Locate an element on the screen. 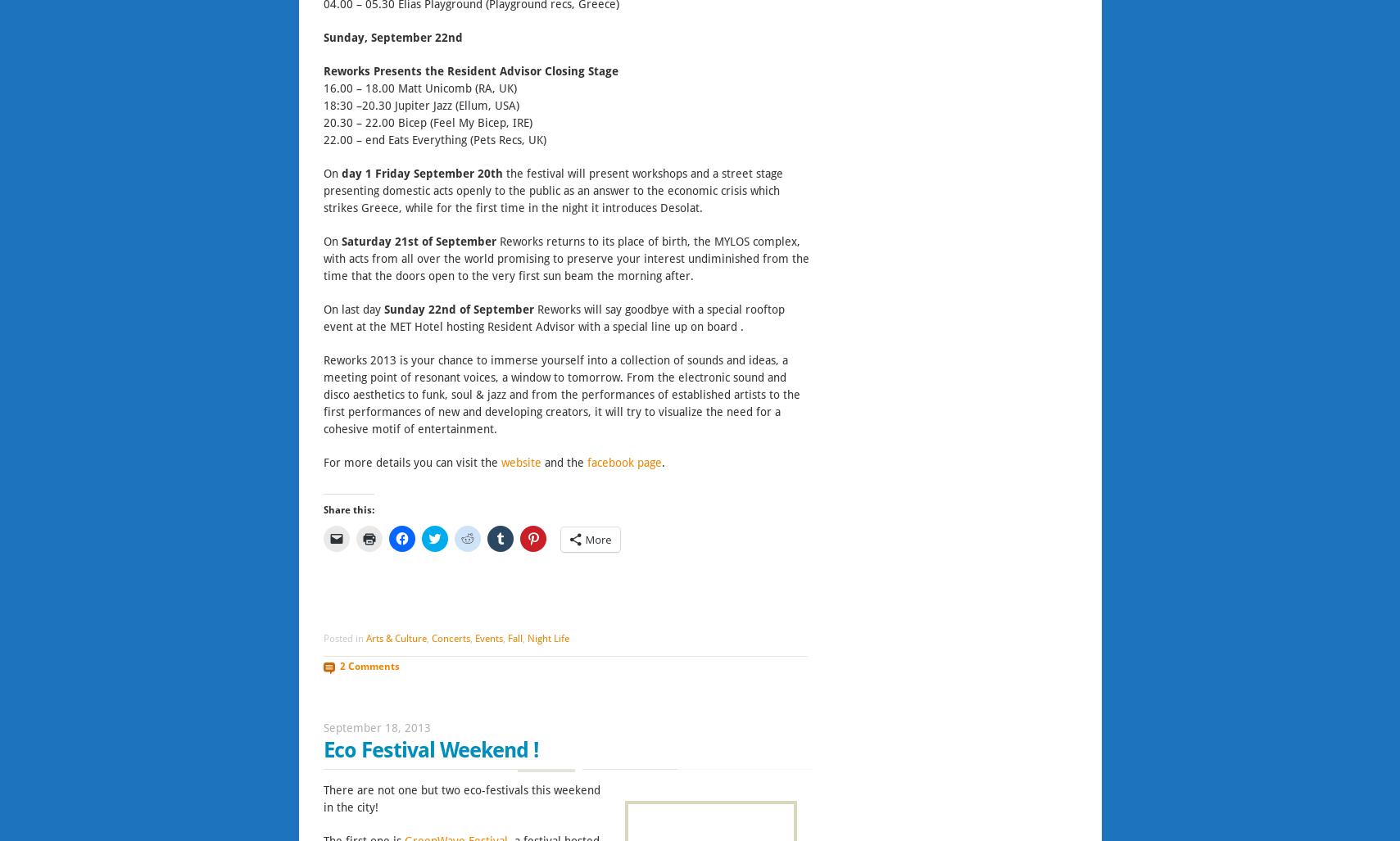  '20.30 – 22.00 Bicep (Feel My Bicep, IRE)' is located at coordinates (426, 122).